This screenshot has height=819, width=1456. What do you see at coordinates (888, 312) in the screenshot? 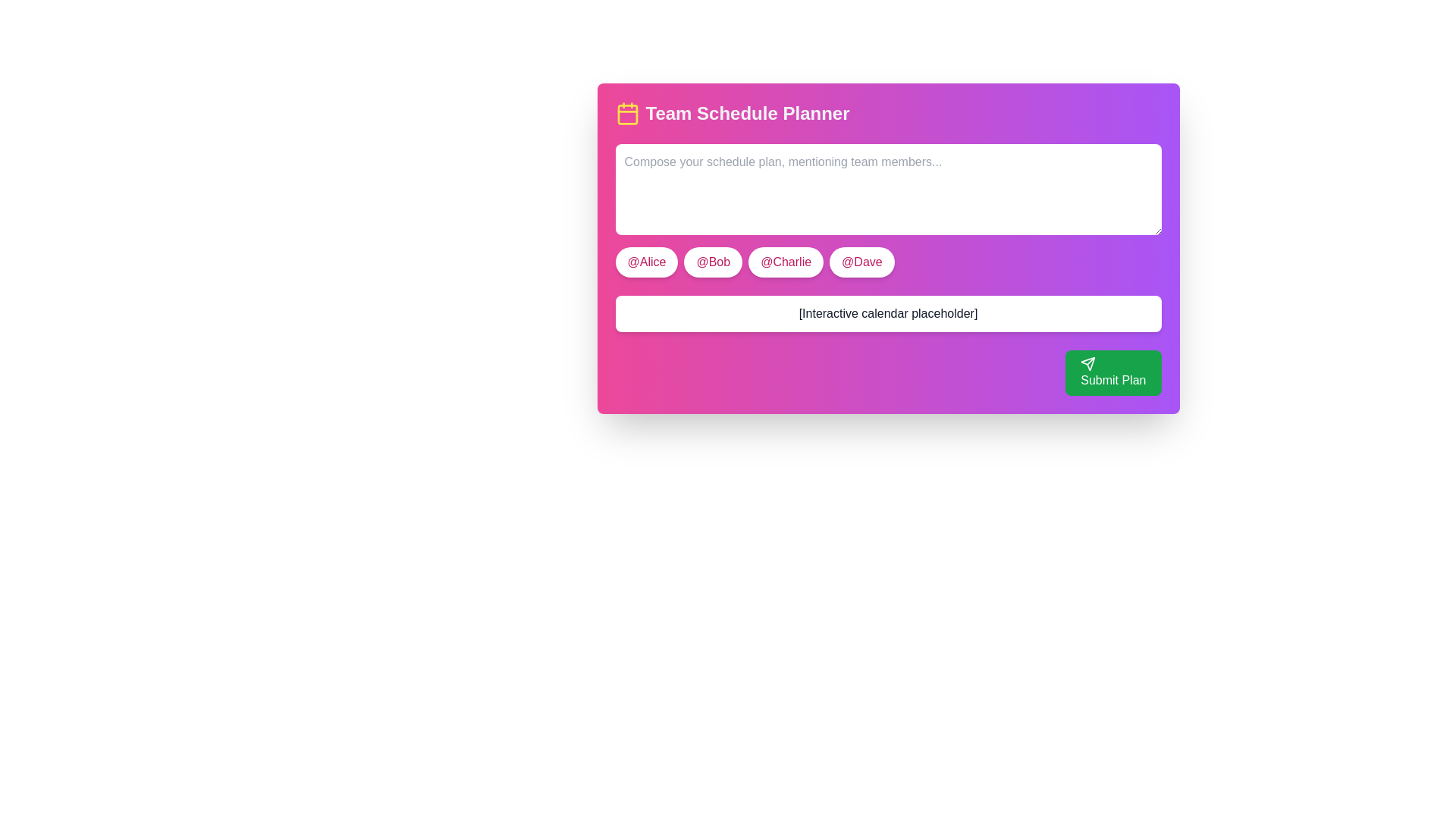
I see `the text placeholder within the interactive calendar component` at bounding box center [888, 312].